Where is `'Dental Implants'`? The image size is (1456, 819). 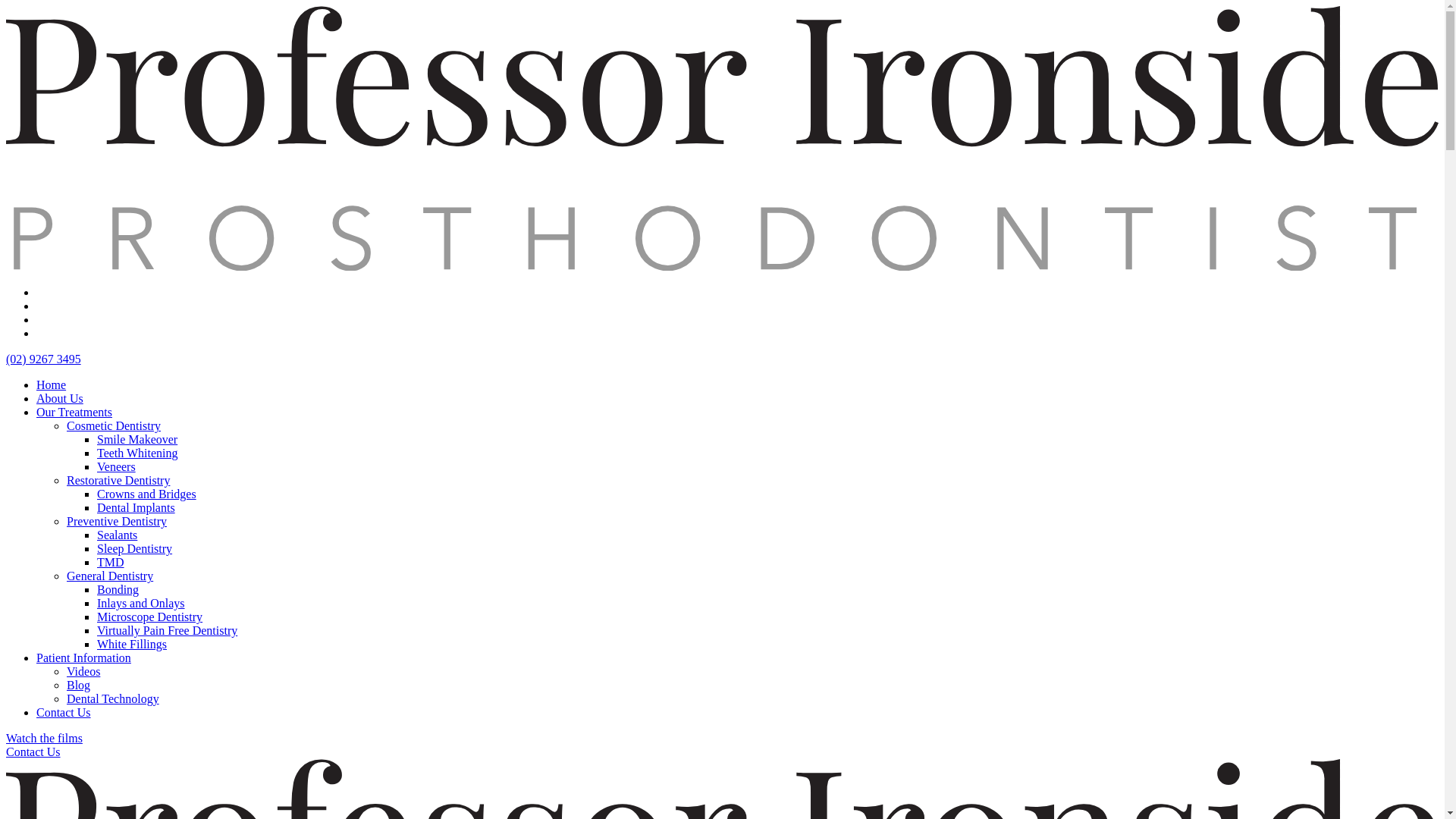
'Dental Implants' is located at coordinates (136, 507).